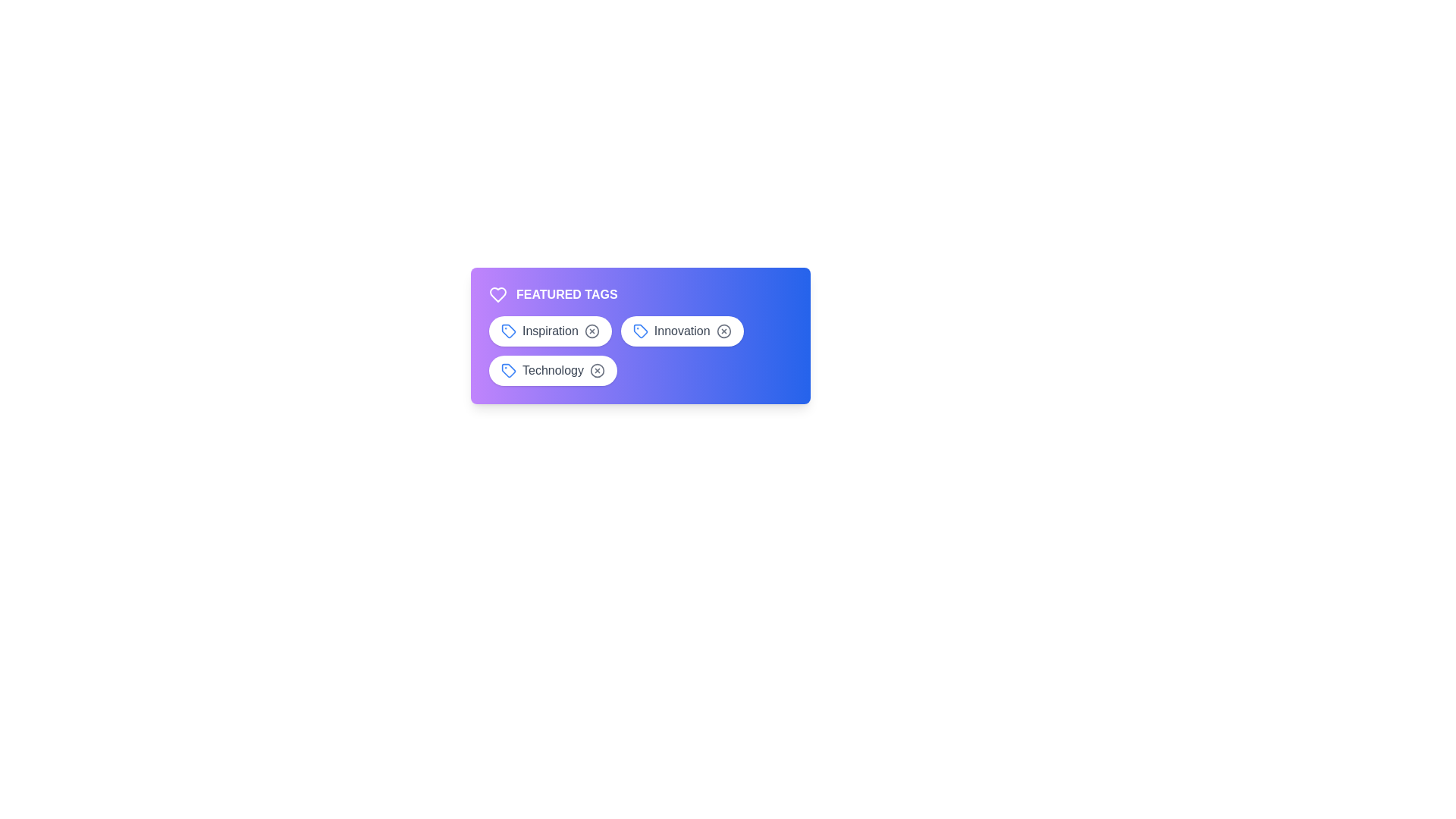  Describe the element at coordinates (640, 330) in the screenshot. I see `the icon representing the 'Innovation' tag located in the center-right section of the 'FEATURED TAGS' component` at that location.